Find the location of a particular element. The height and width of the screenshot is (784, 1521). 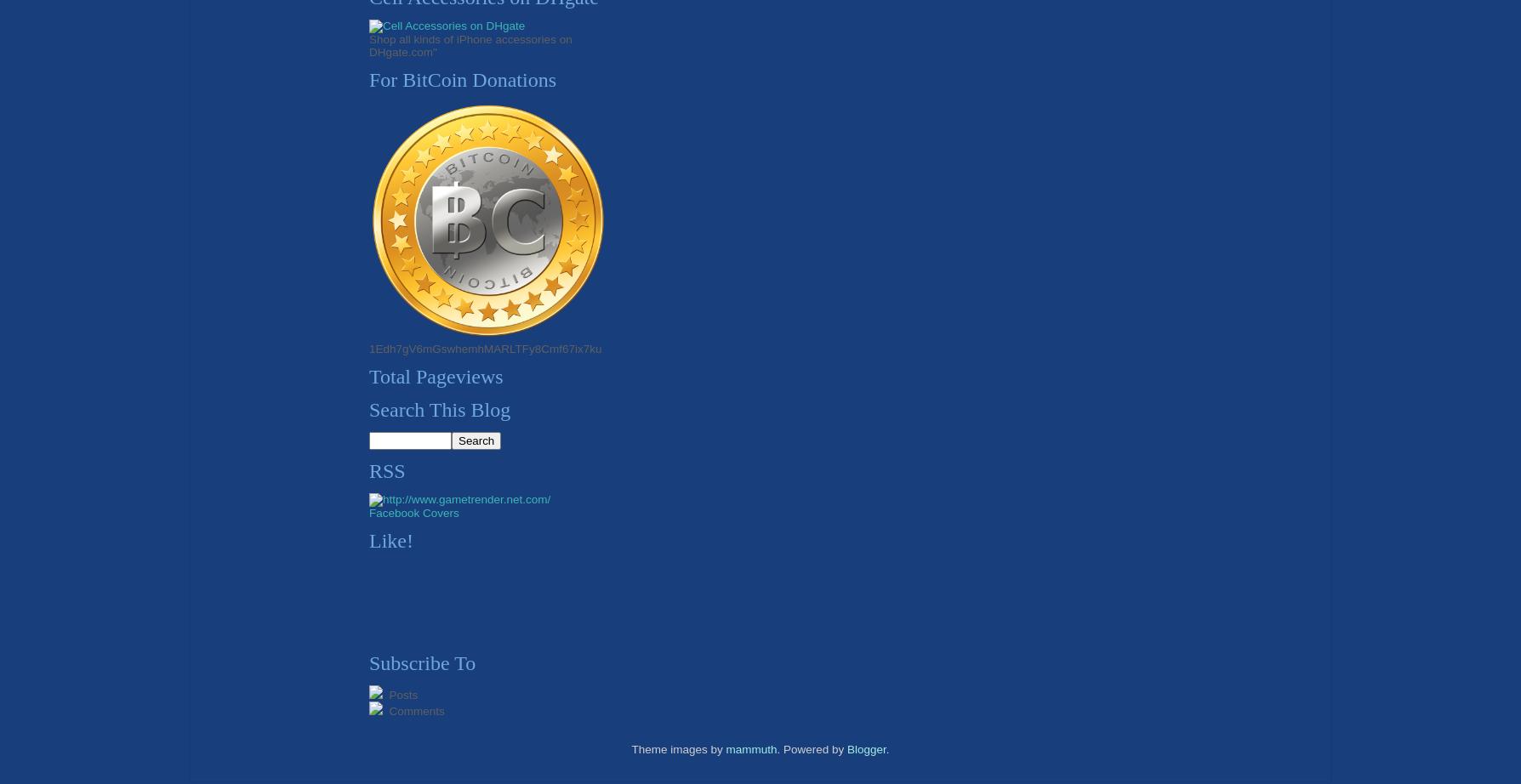

'Like!' is located at coordinates (390, 539).